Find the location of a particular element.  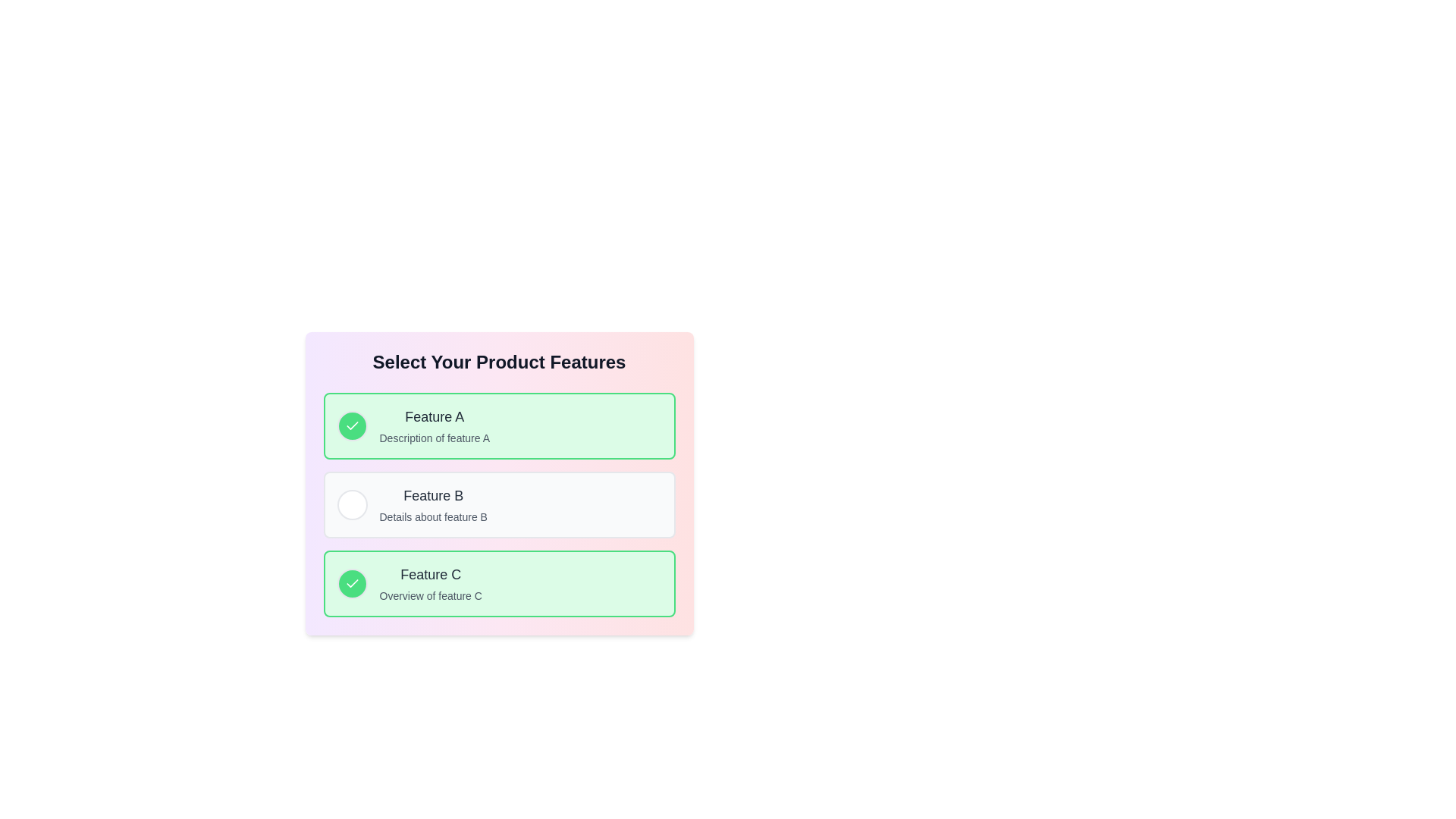

the radio button on the second card in the vertical stack is located at coordinates (499, 505).